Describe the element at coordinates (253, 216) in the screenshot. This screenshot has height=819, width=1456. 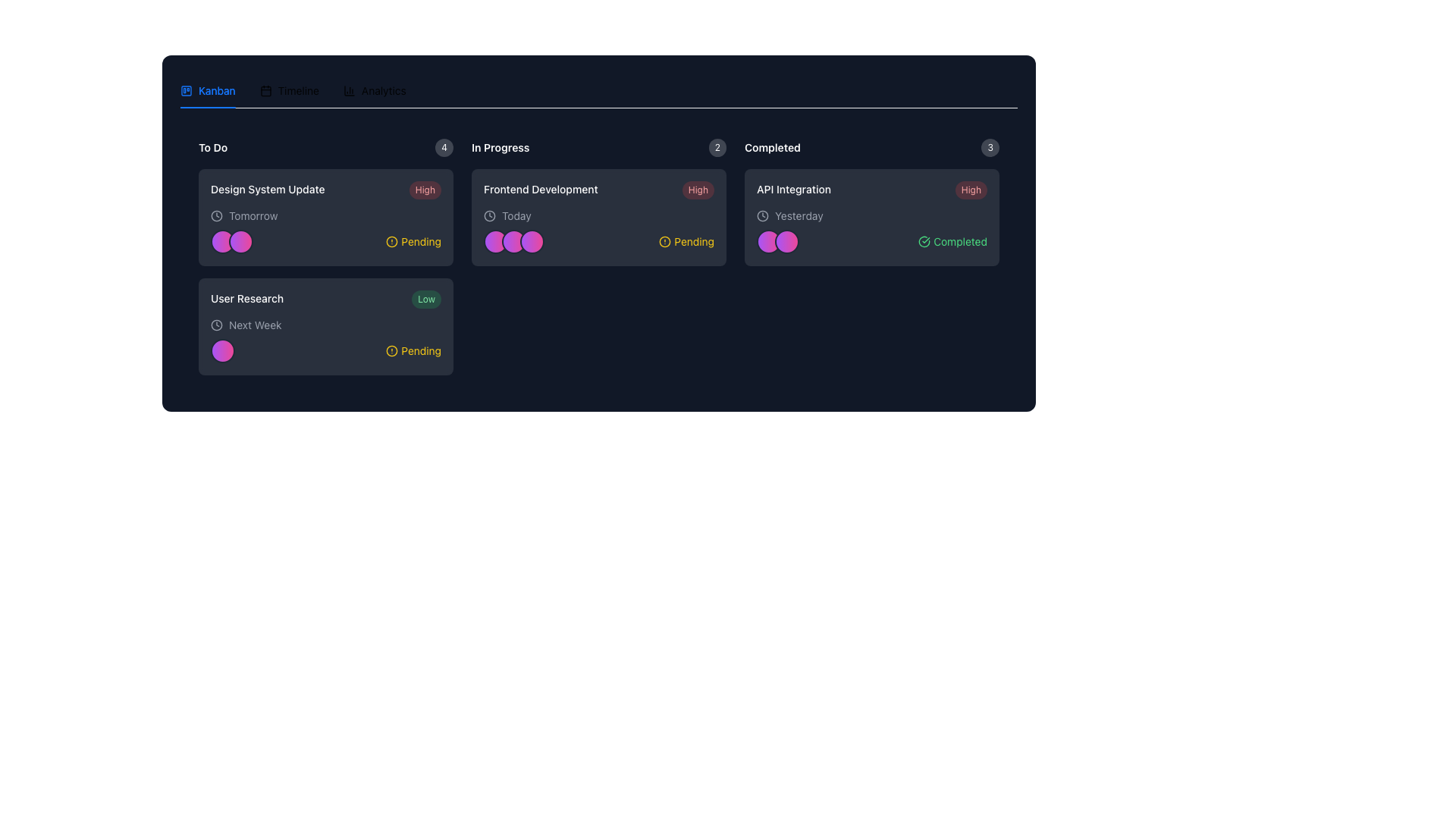
I see `the static text indicating the due date for the task within the 'Design System Update' card in the 'To Do' column, located between a clock icon and task details` at that location.